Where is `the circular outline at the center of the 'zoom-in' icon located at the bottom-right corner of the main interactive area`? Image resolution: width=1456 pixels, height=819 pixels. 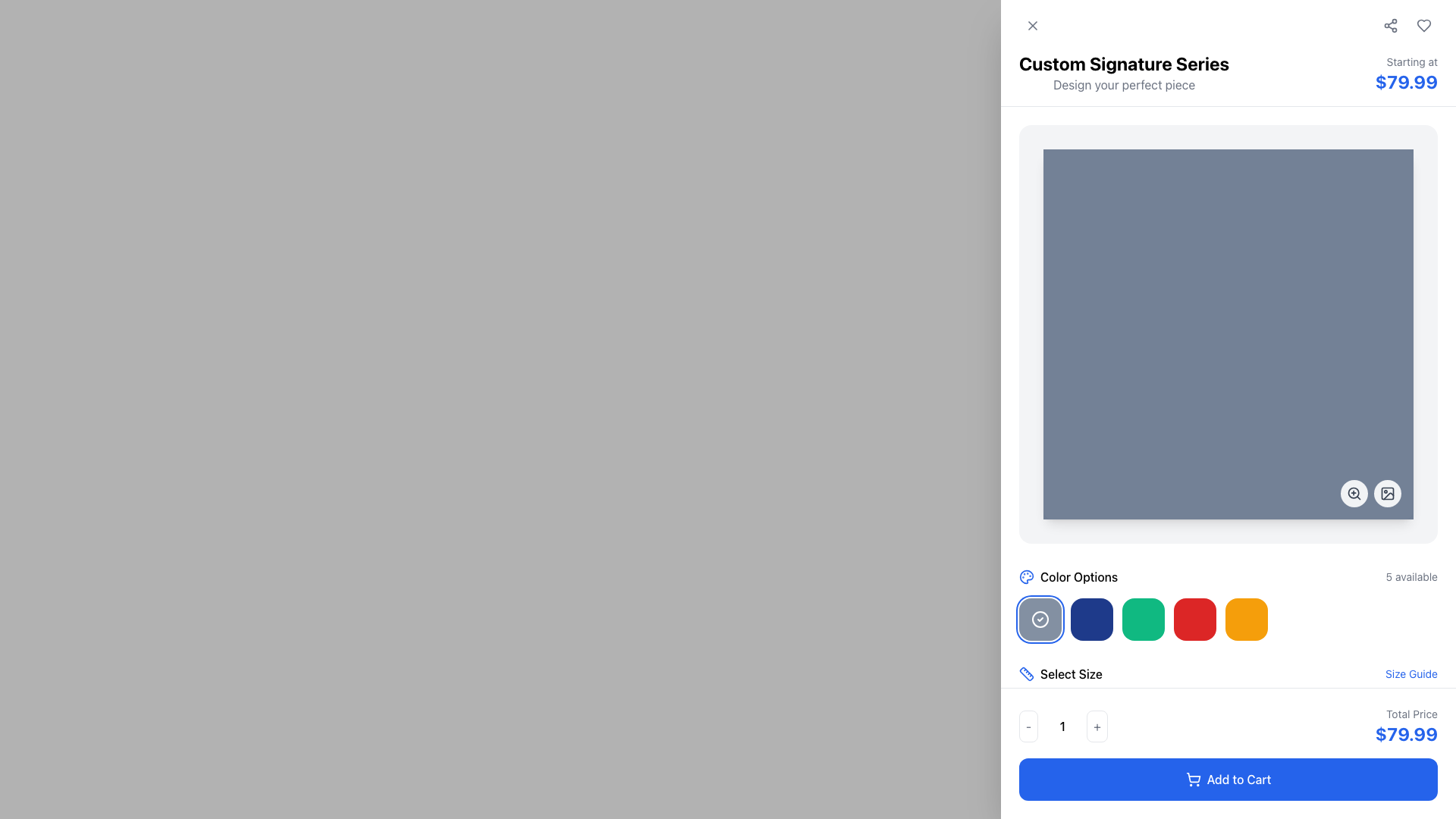
the circular outline at the center of the 'zoom-in' icon located at the bottom-right corner of the main interactive area is located at coordinates (1354, 493).